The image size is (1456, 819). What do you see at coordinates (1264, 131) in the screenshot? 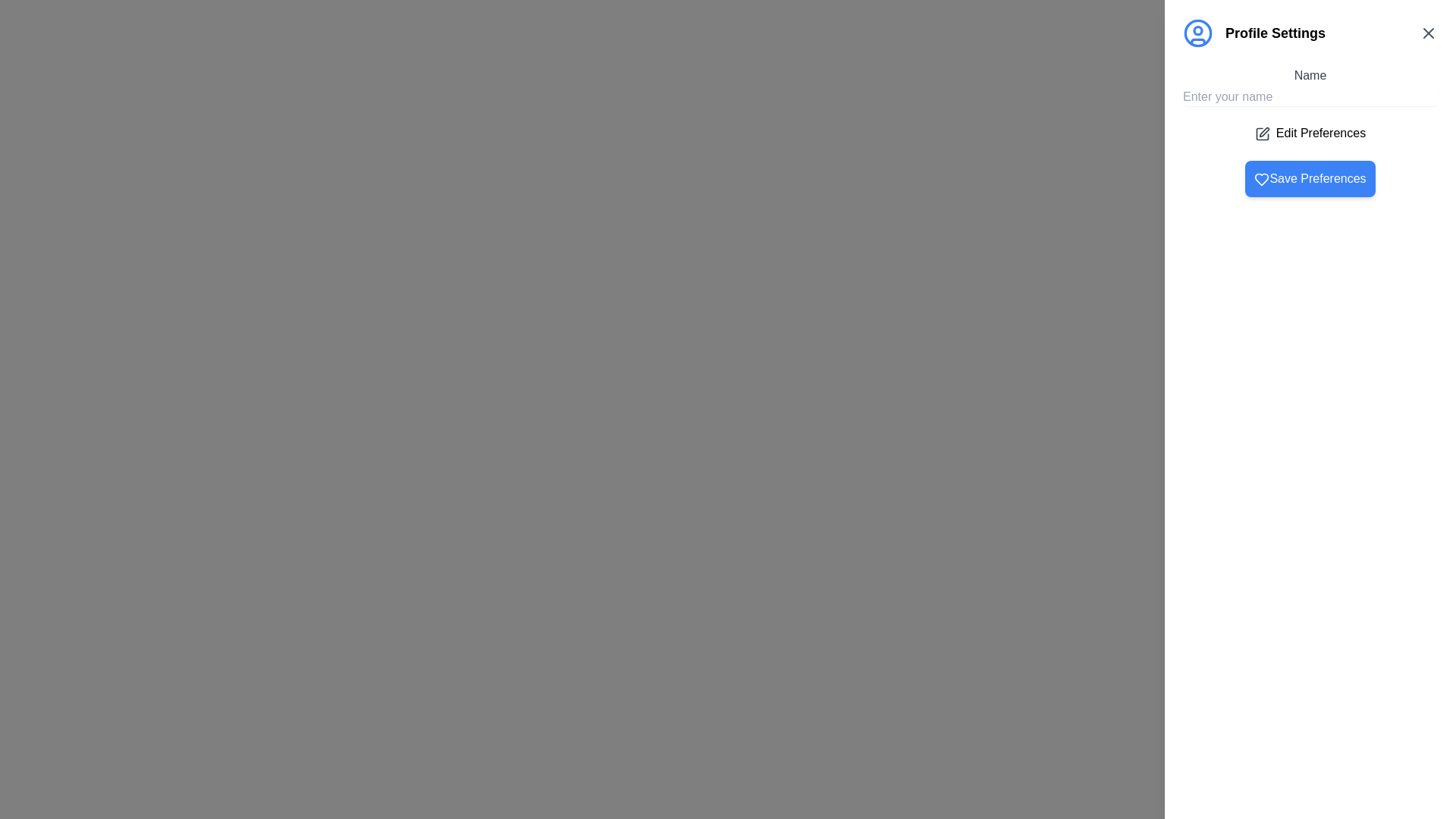
I see `the 'Edit Preferences' button, which is represented by an icon for editing user preferences, located slightly above the 'Save Preferences' button in the settings panel` at bounding box center [1264, 131].